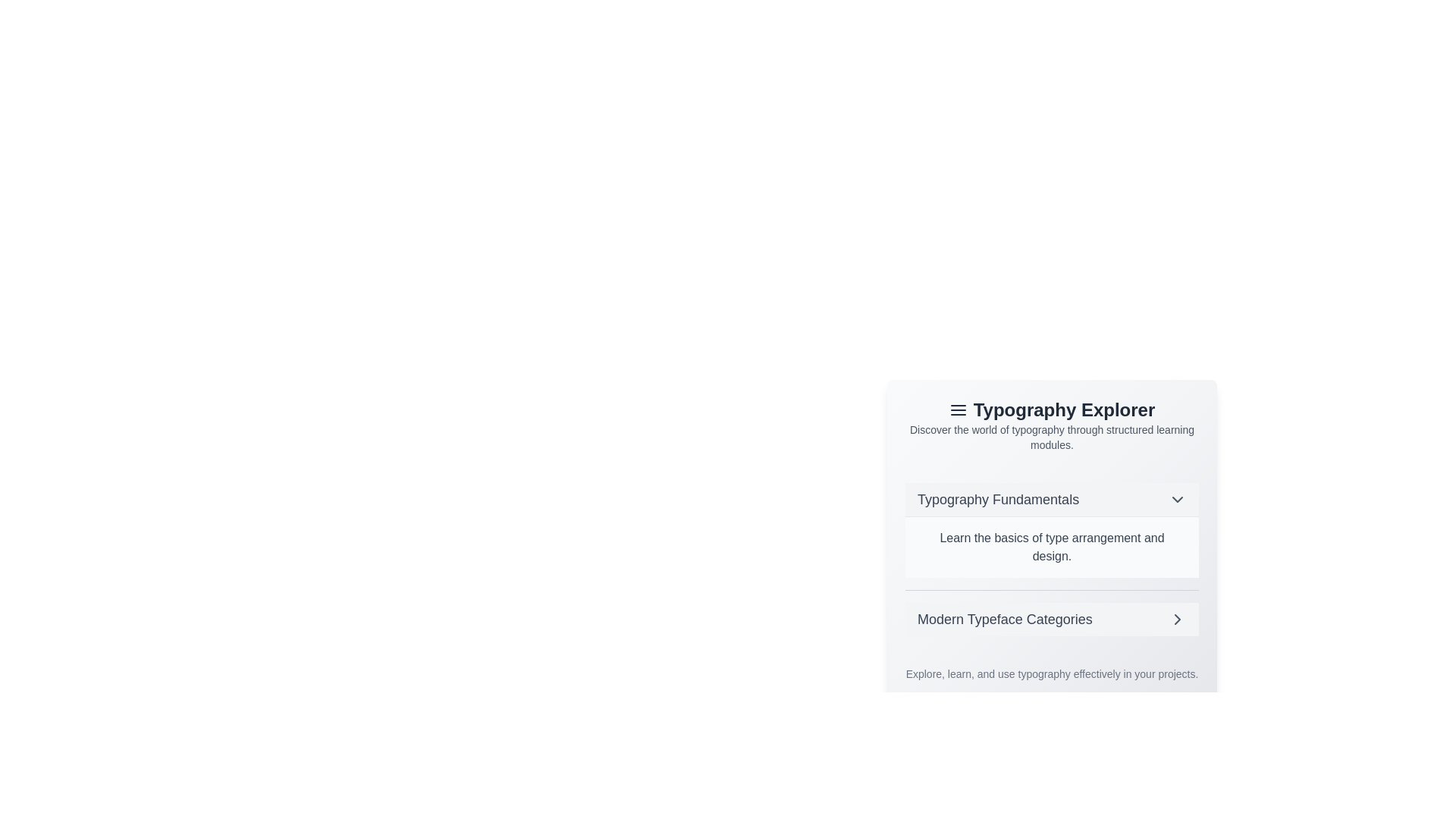  Describe the element at coordinates (1051, 547) in the screenshot. I see `the text label that provides descriptive information about typography arrangement and design, located in the 'Typography Fundamentals' section` at that location.